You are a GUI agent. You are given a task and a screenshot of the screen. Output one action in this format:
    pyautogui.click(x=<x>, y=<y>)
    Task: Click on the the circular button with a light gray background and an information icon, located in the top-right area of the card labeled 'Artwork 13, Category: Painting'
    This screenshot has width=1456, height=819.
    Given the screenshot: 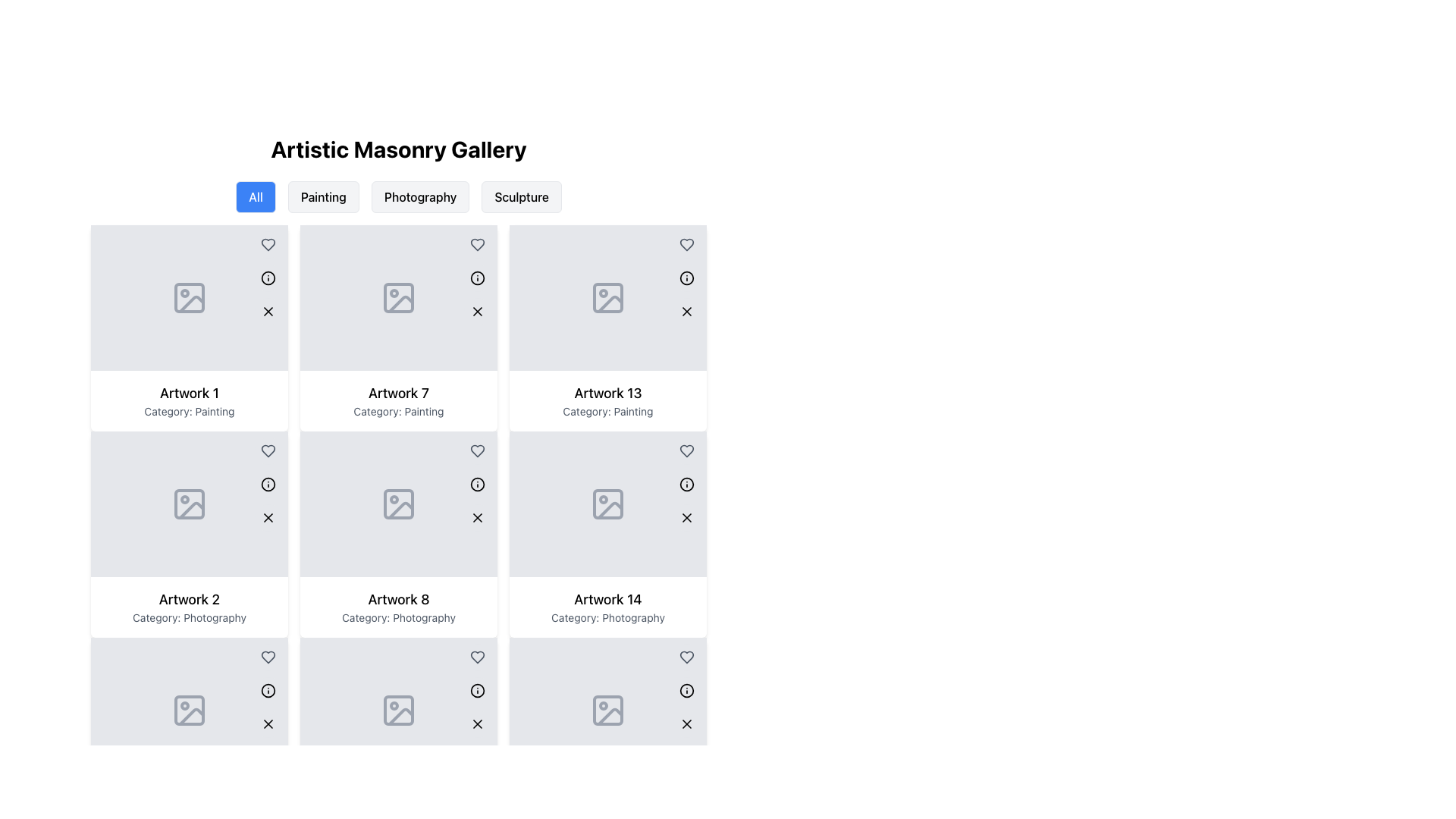 What is the action you would take?
    pyautogui.click(x=686, y=485)
    